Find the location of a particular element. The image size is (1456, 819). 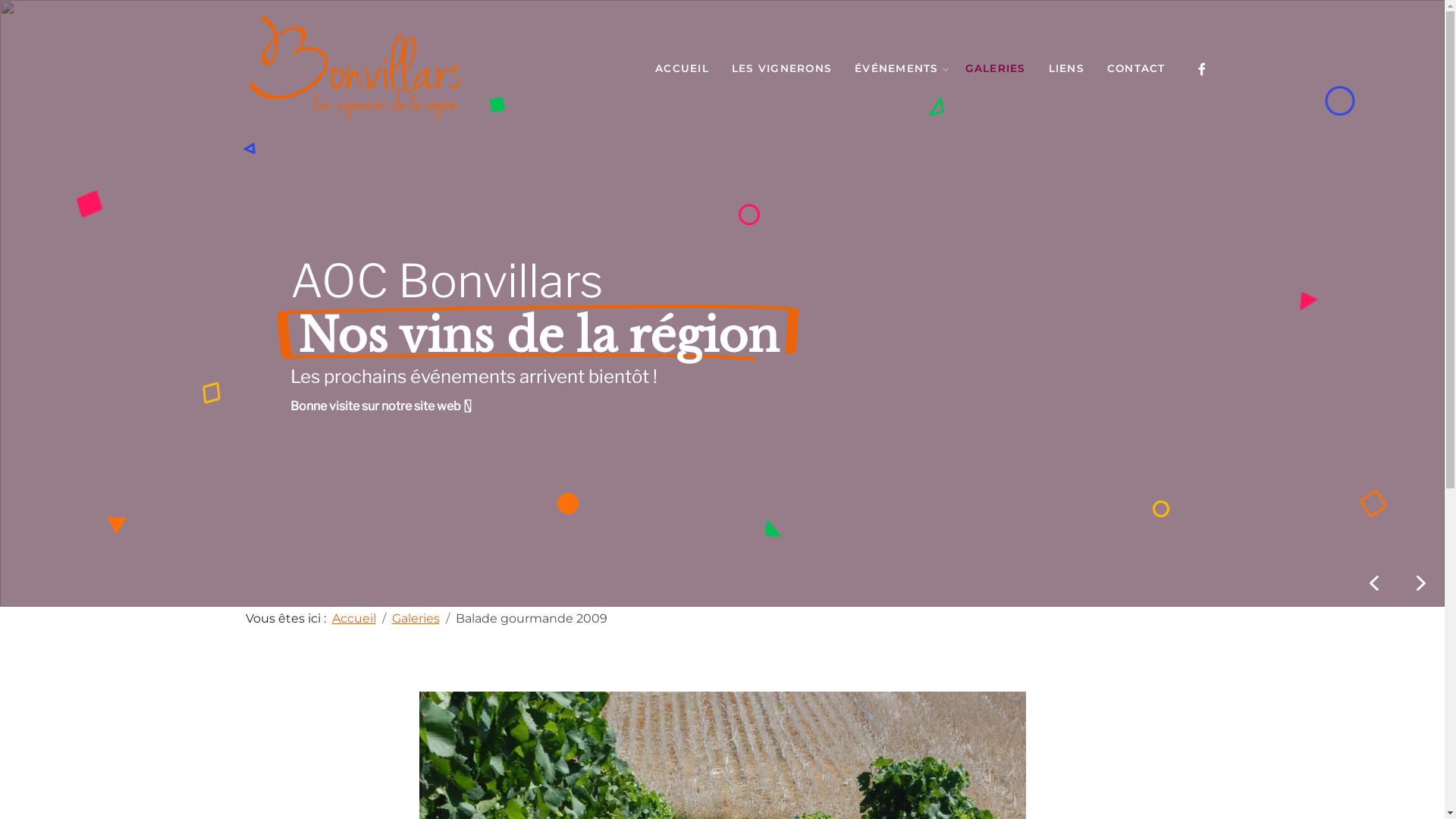

'GALERIES' is located at coordinates (994, 67).